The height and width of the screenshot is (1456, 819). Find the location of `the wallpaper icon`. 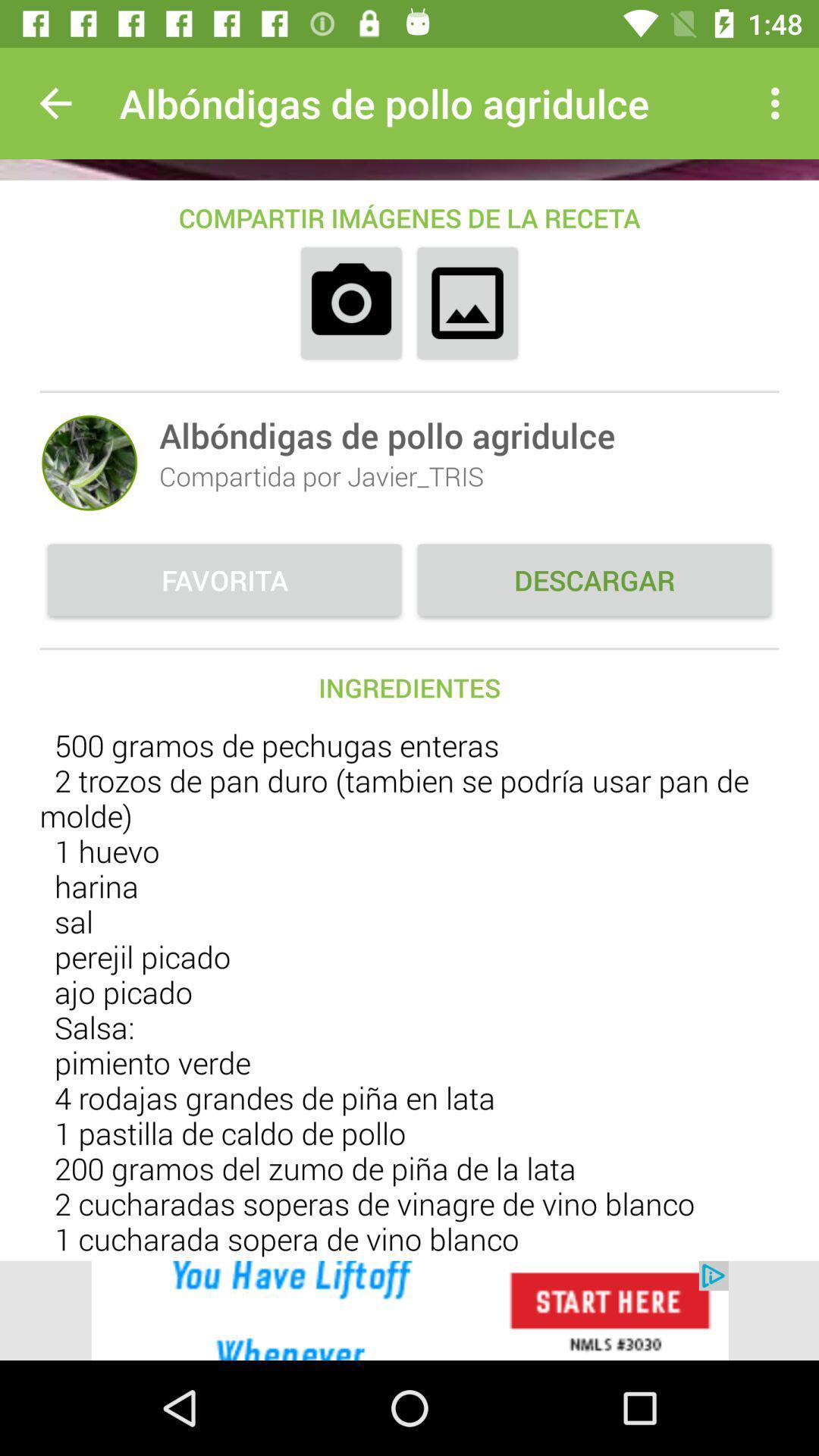

the wallpaper icon is located at coordinates (466, 303).